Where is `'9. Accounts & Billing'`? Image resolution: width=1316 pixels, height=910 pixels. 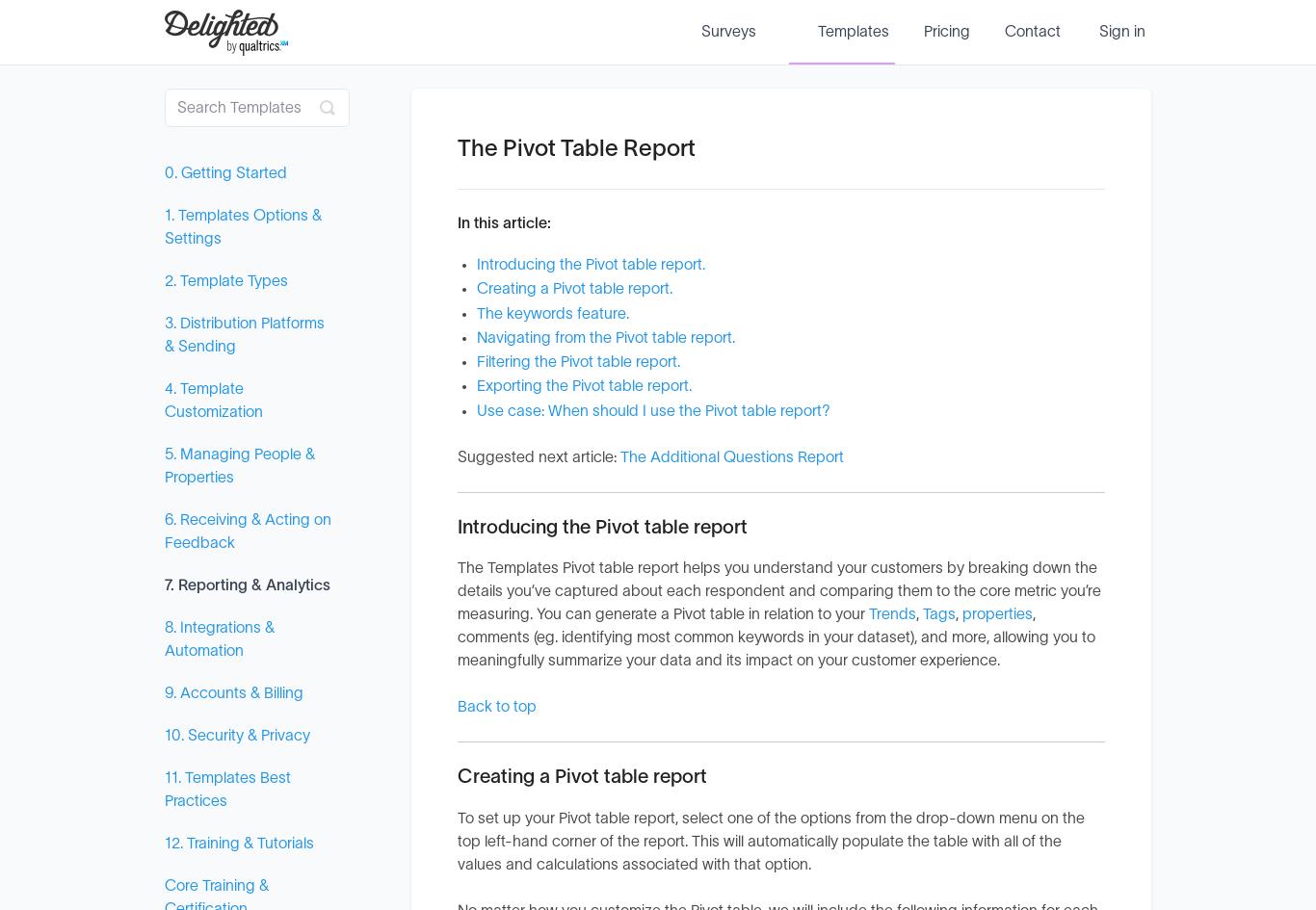
'9. Accounts & Billing' is located at coordinates (234, 692).